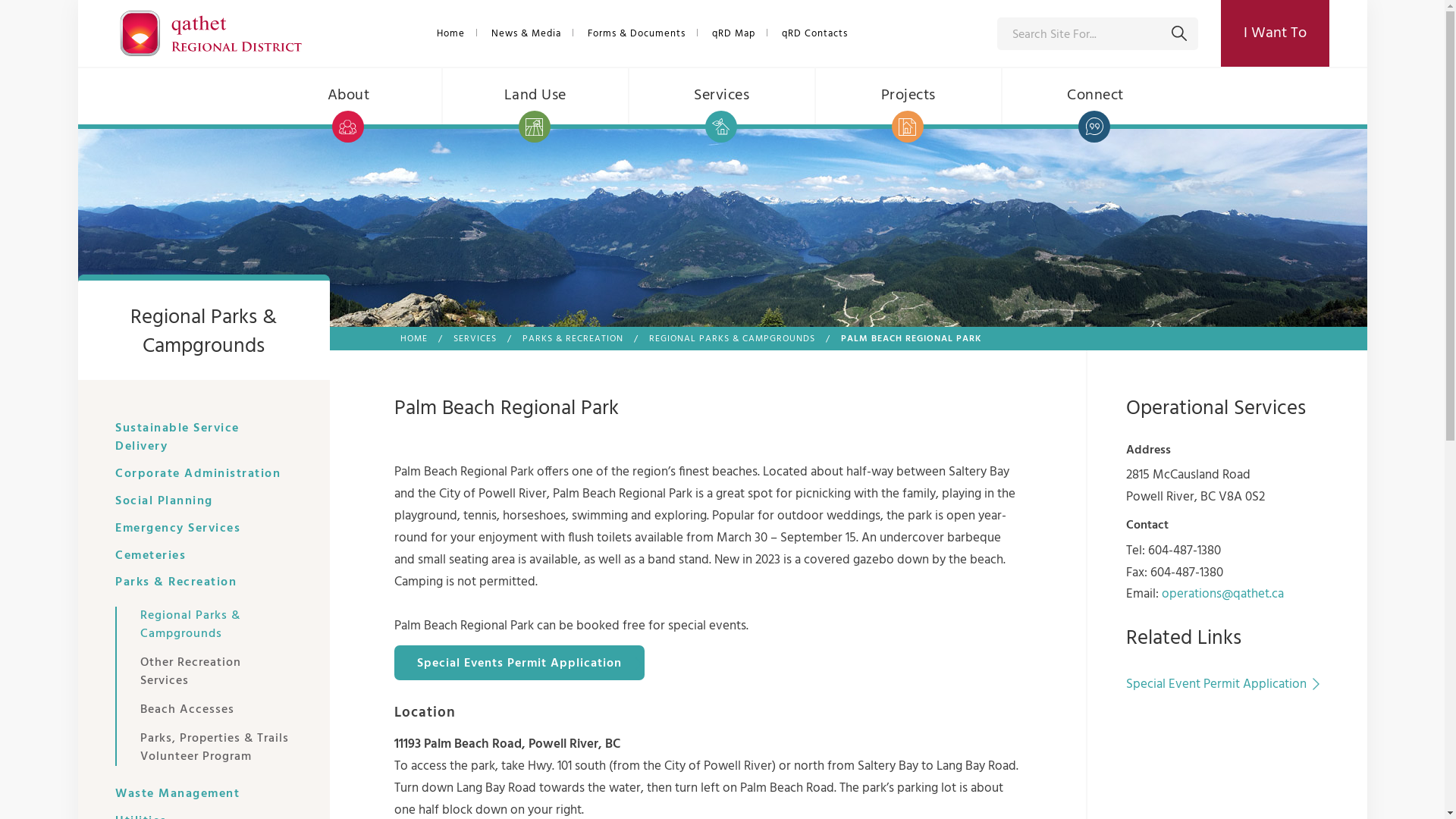  I want to click on 'Cemeteries', so click(115, 555).